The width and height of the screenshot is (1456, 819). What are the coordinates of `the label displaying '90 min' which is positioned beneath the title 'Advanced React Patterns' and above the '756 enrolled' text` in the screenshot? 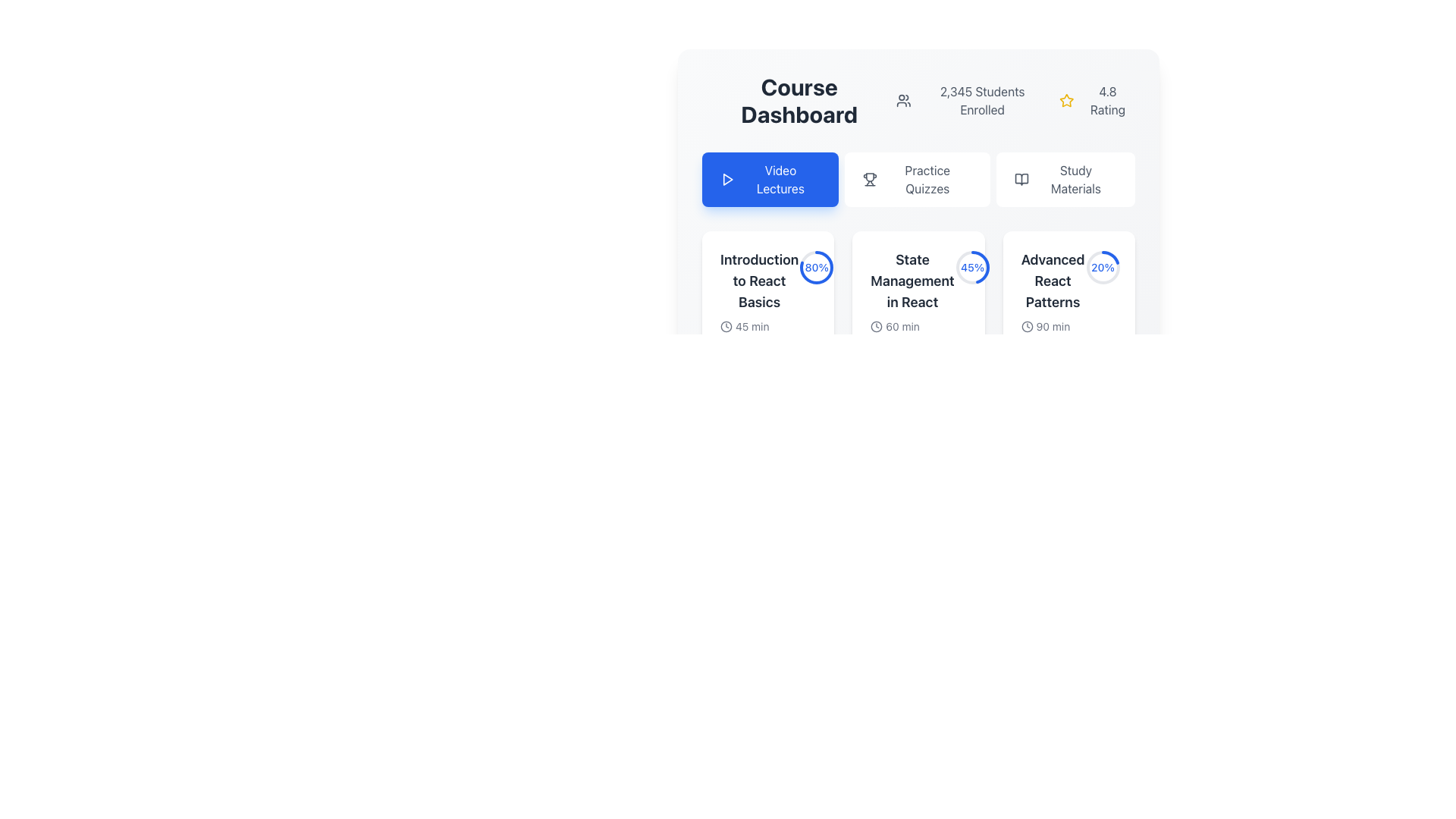 It's located at (1052, 326).